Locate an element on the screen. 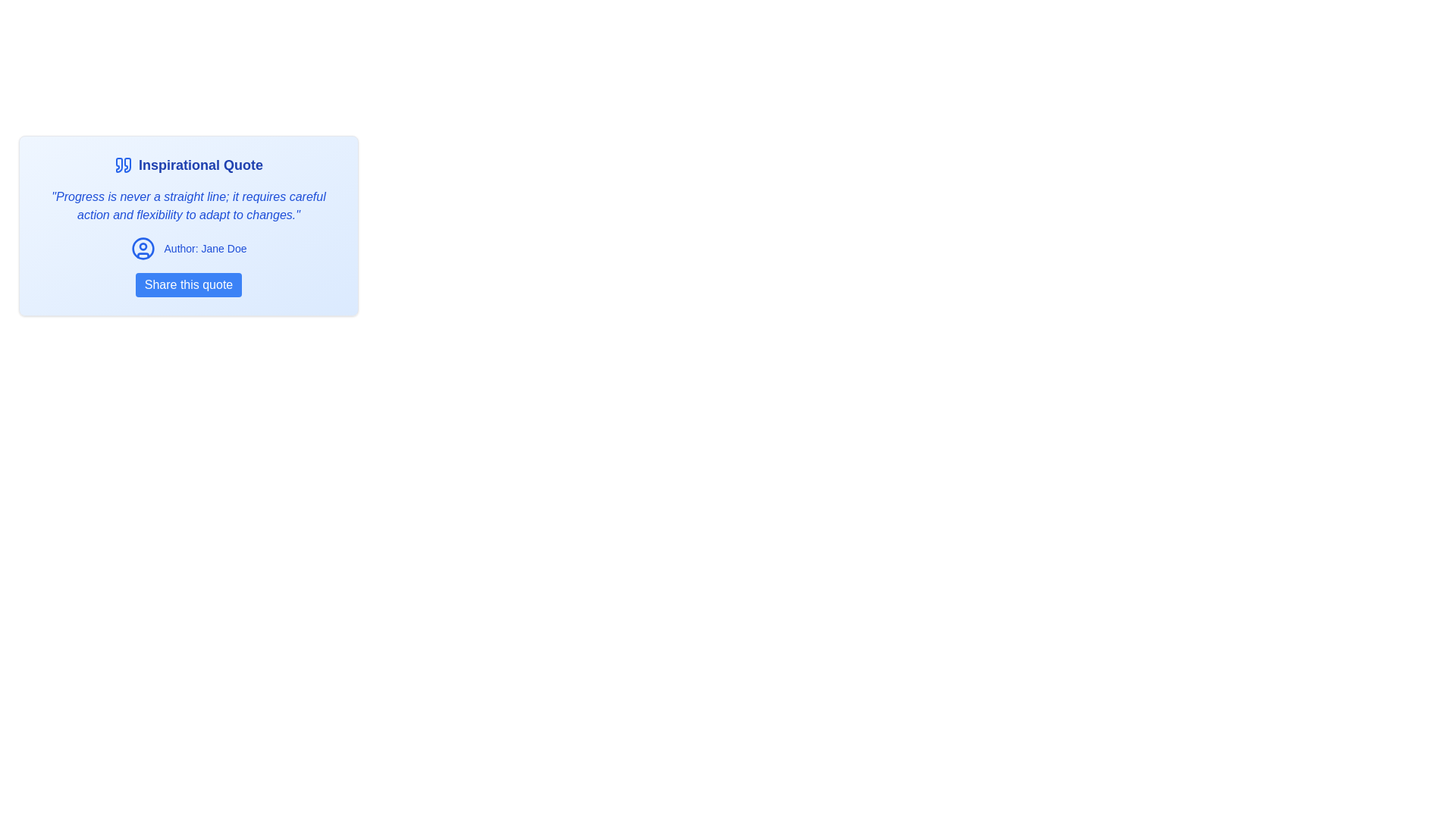  the outer boundary circle of the user avatar icon located in the central lower section of the quote widget is located at coordinates (143, 247).